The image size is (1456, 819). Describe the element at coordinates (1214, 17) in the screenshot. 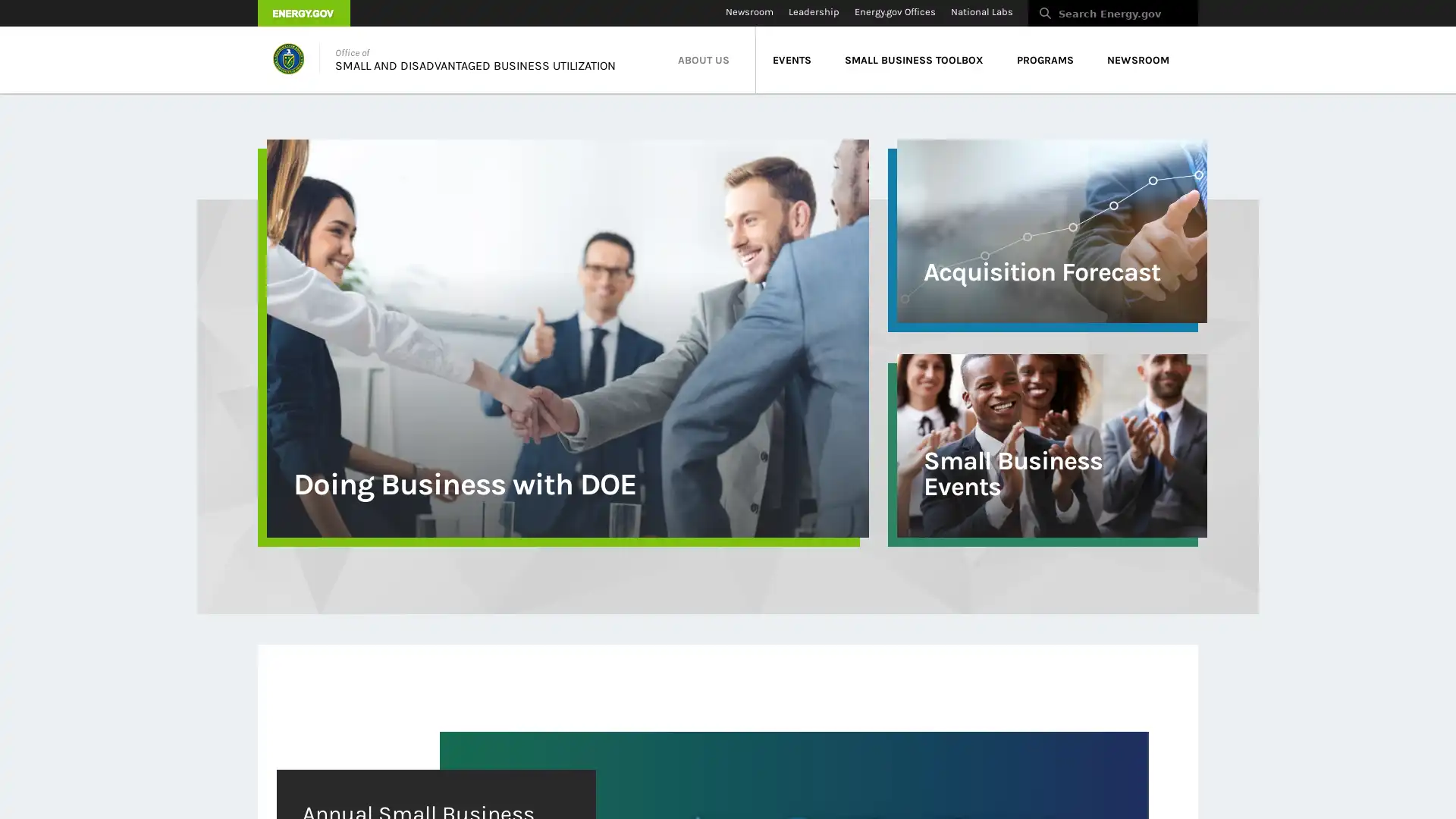

I see `SEARCH` at that location.